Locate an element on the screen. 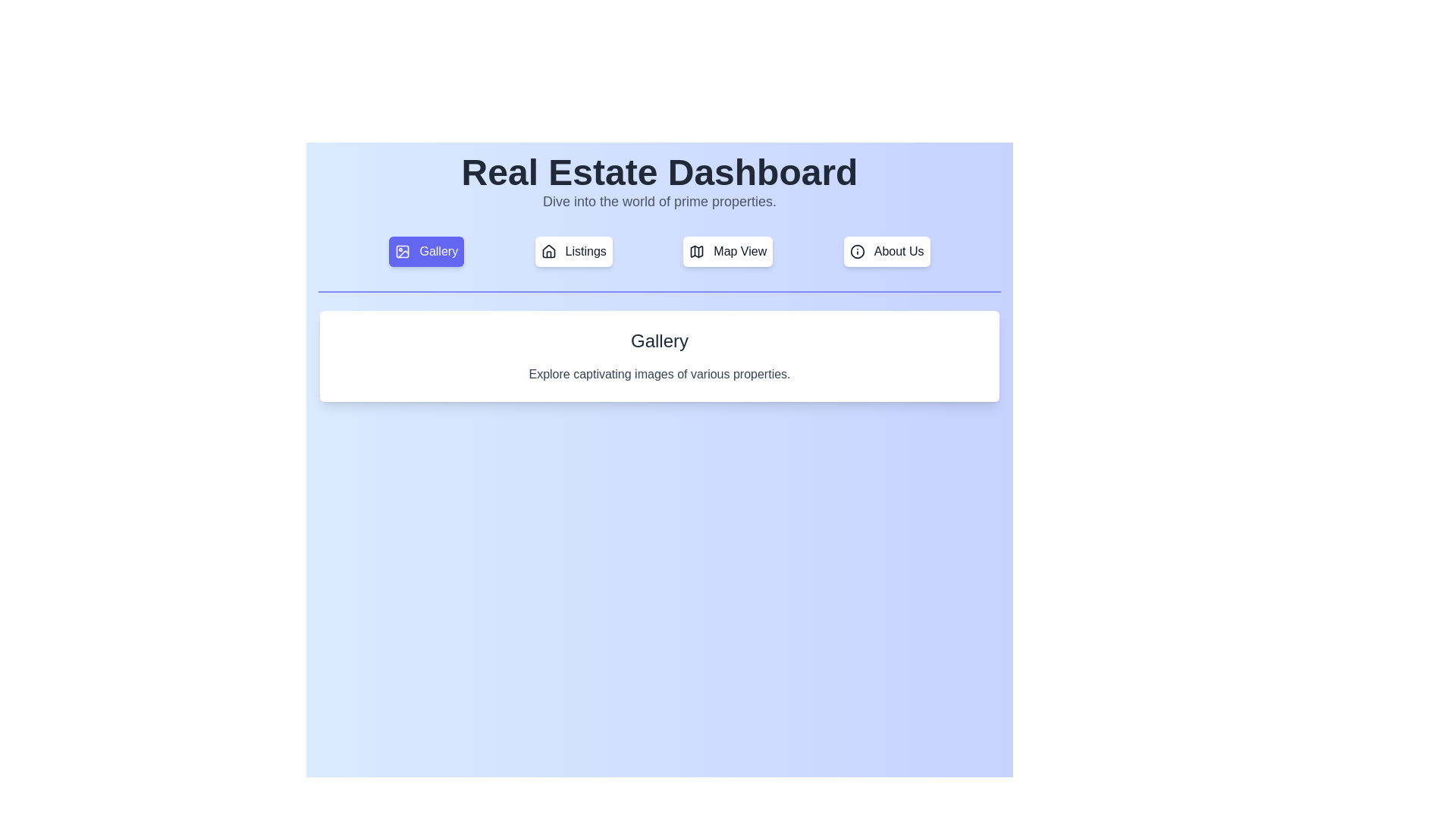 The height and width of the screenshot is (819, 1456). the tab labeled Listings to observe its hover effect is located at coordinates (573, 250).